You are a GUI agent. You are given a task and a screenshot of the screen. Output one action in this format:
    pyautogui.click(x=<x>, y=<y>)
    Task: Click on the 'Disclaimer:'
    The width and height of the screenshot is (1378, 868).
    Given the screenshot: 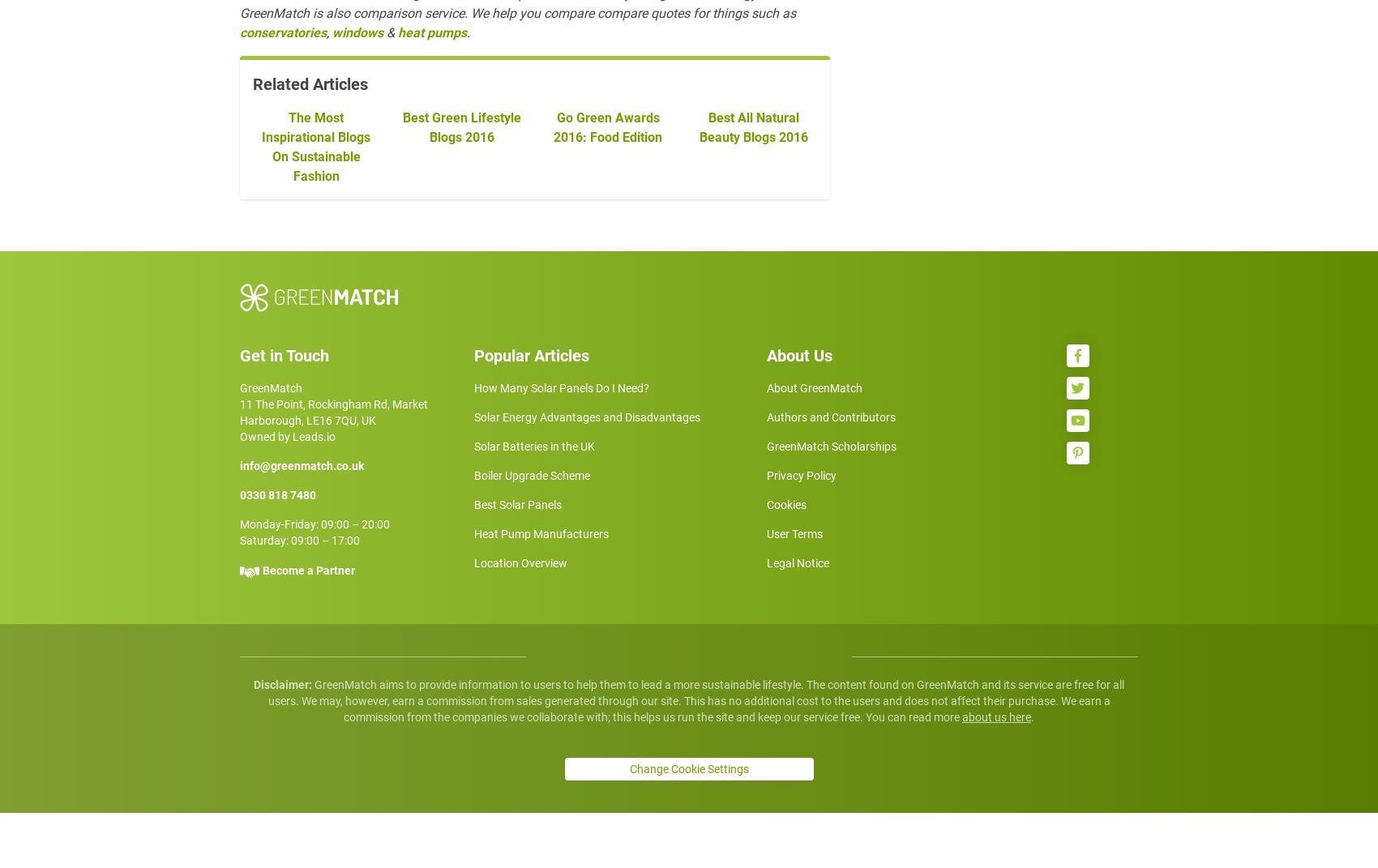 What is the action you would take?
    pyautogui.click(x=282, y=749)
    